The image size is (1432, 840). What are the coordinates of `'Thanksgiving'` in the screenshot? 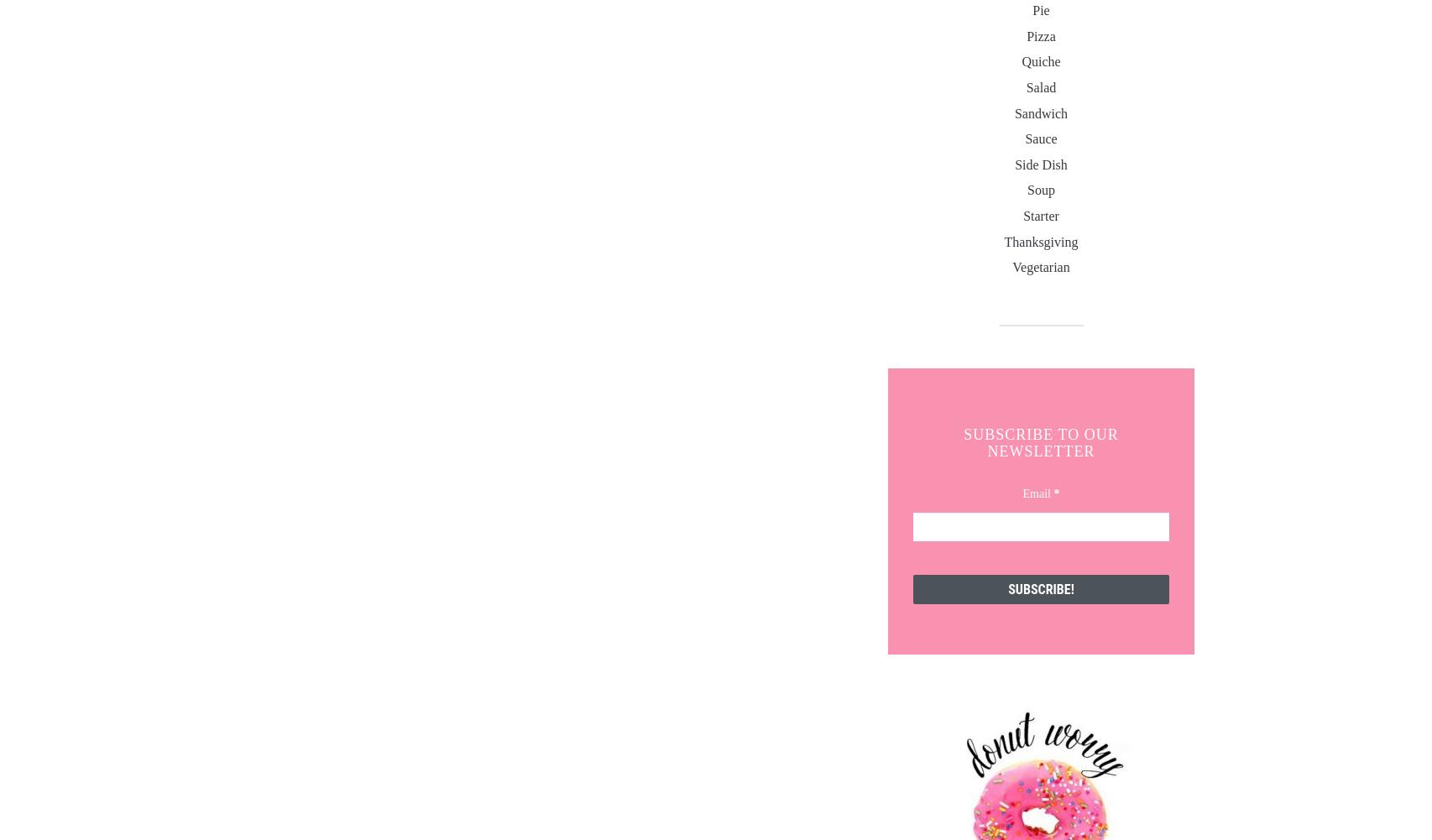 It's located at (1040, 241).